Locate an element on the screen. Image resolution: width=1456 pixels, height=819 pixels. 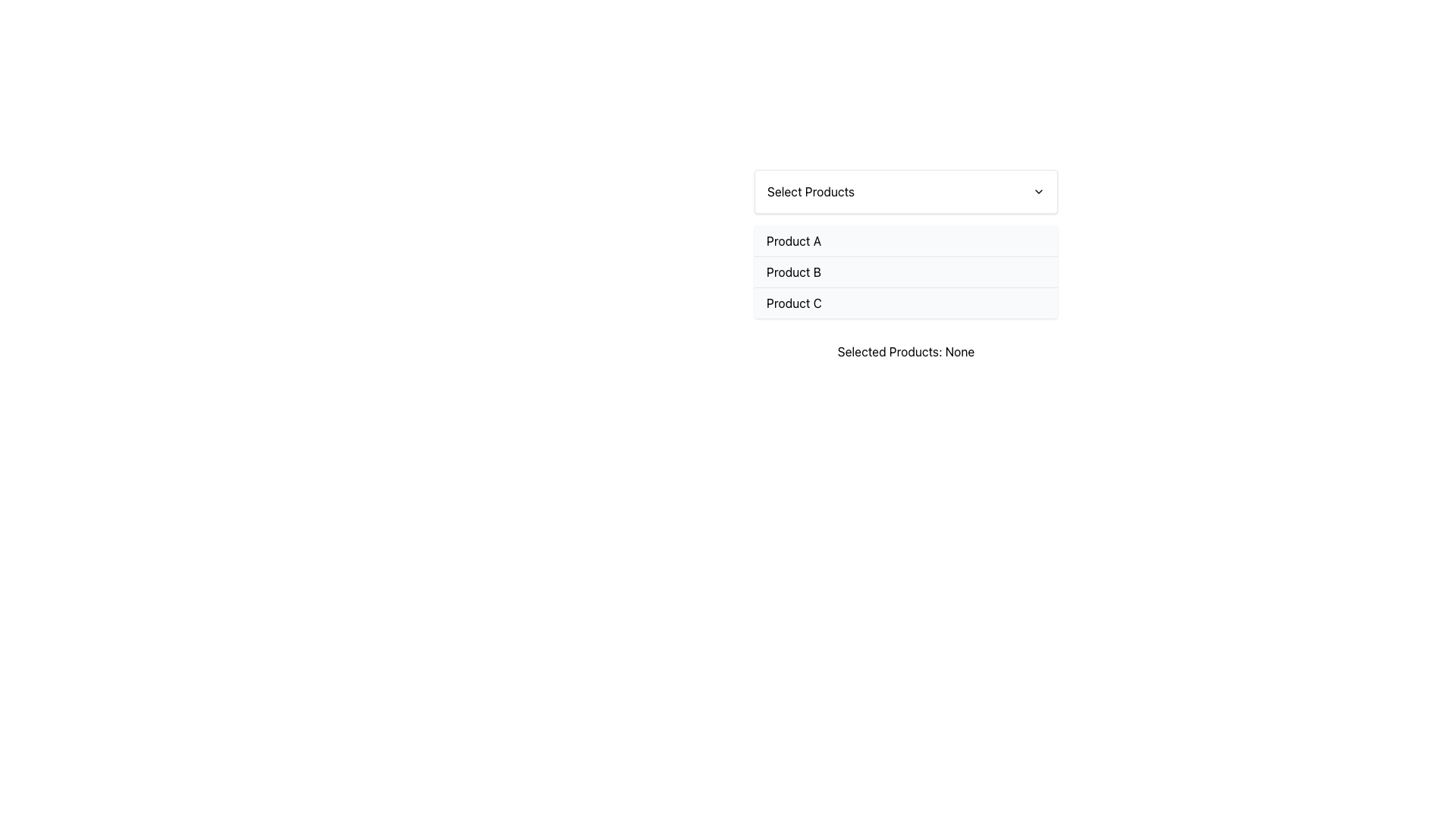
the dropdown list item labeled 'Product B' is located at coordinates (906, 265).